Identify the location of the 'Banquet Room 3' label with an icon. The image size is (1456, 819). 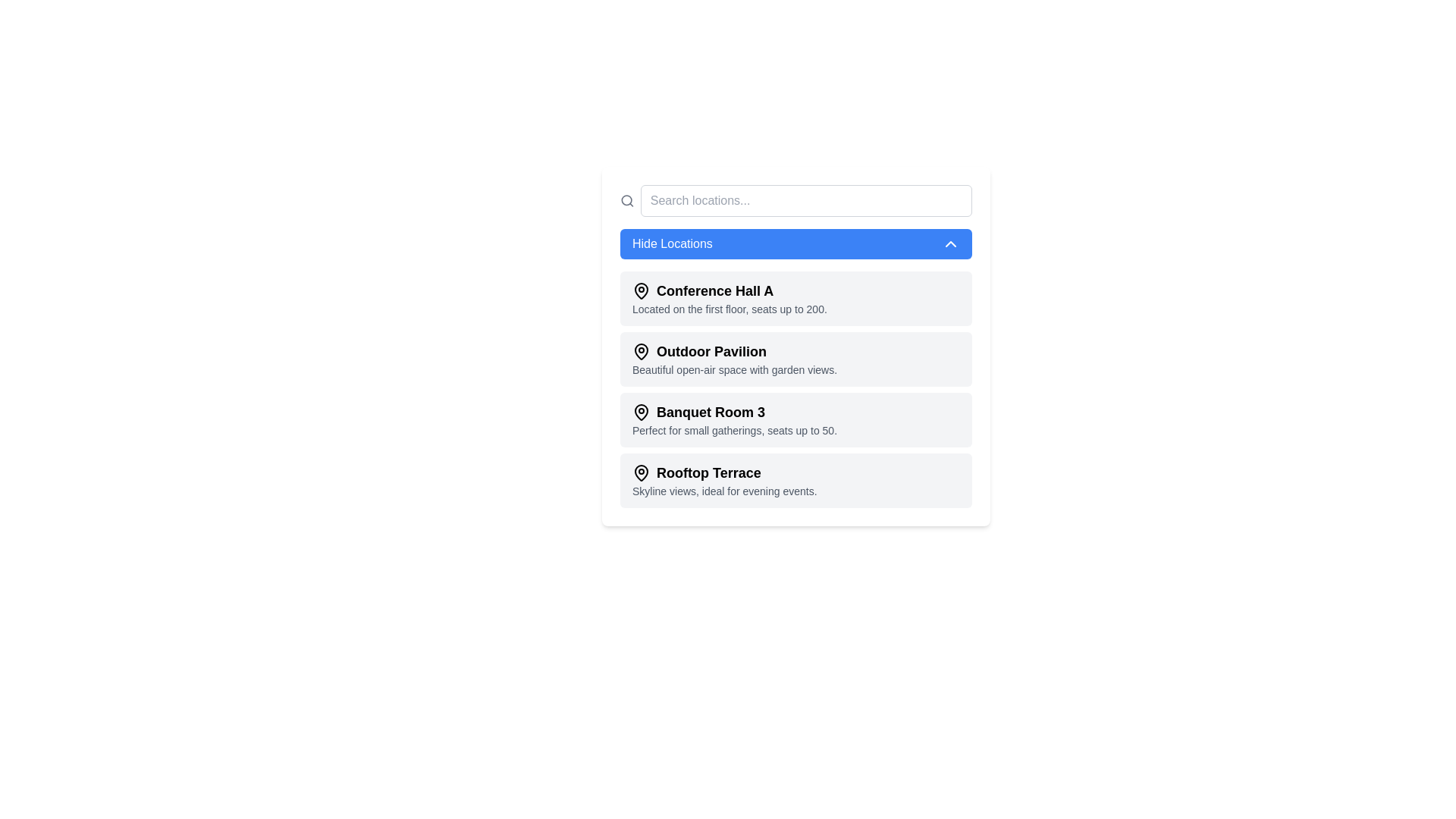
(735, 412).